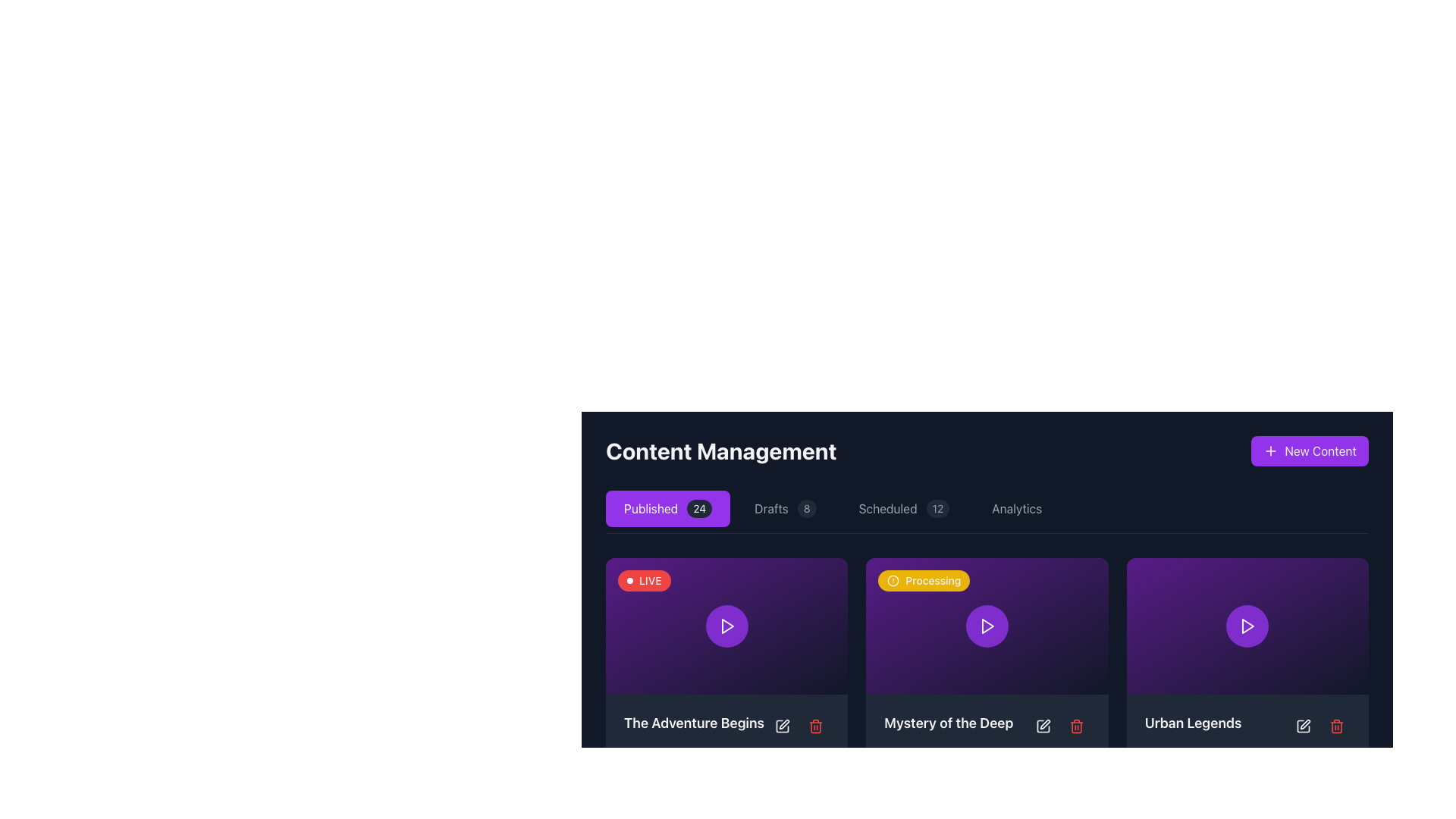  Describe the element at coordinates (815, 725) in the screenshot. I see `the delete icon button located in the card for 'The Adventure Begins' in the 'Published' tab` at that location.